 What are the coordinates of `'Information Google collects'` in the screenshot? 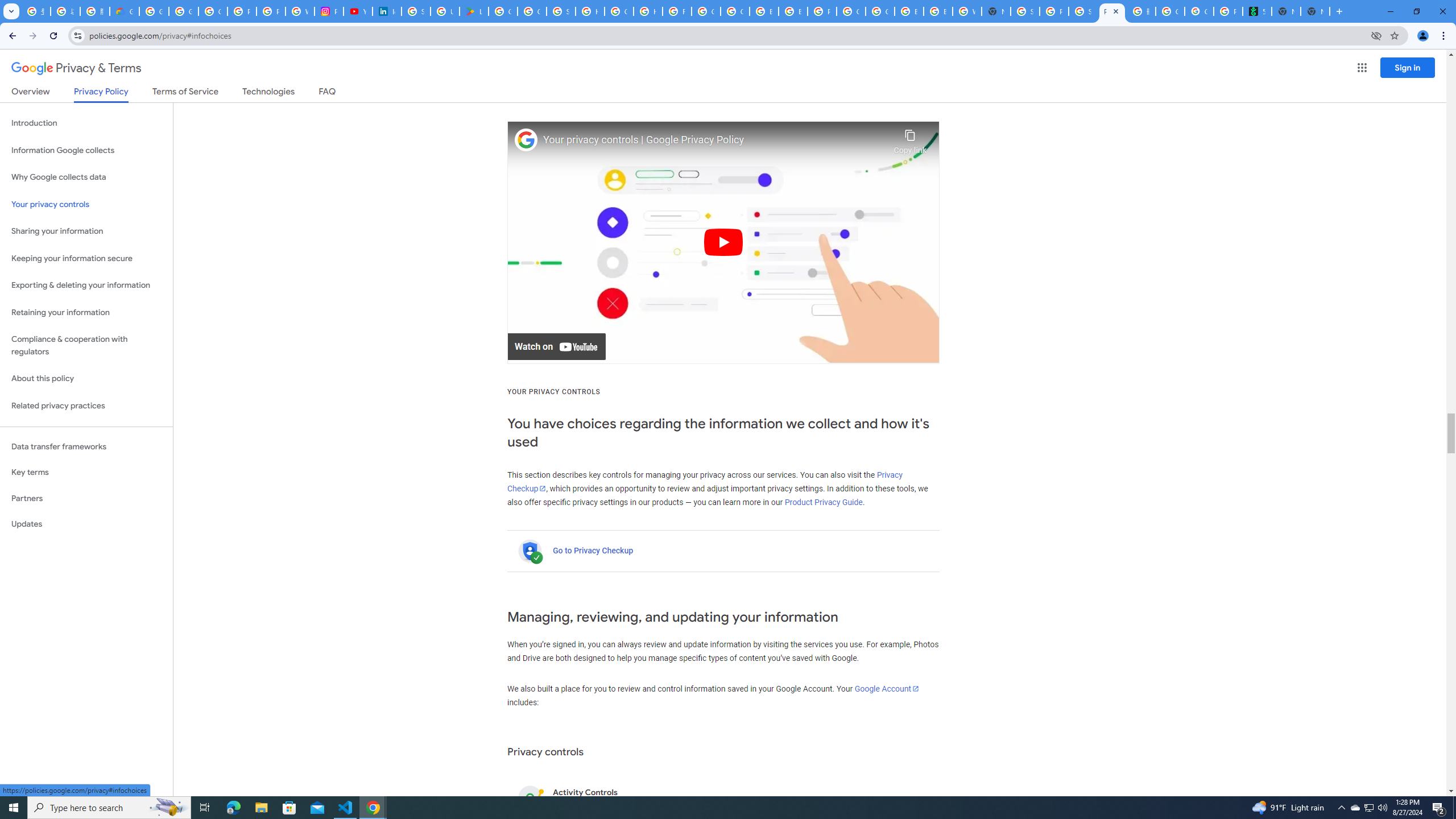 It's located at (86, 150).